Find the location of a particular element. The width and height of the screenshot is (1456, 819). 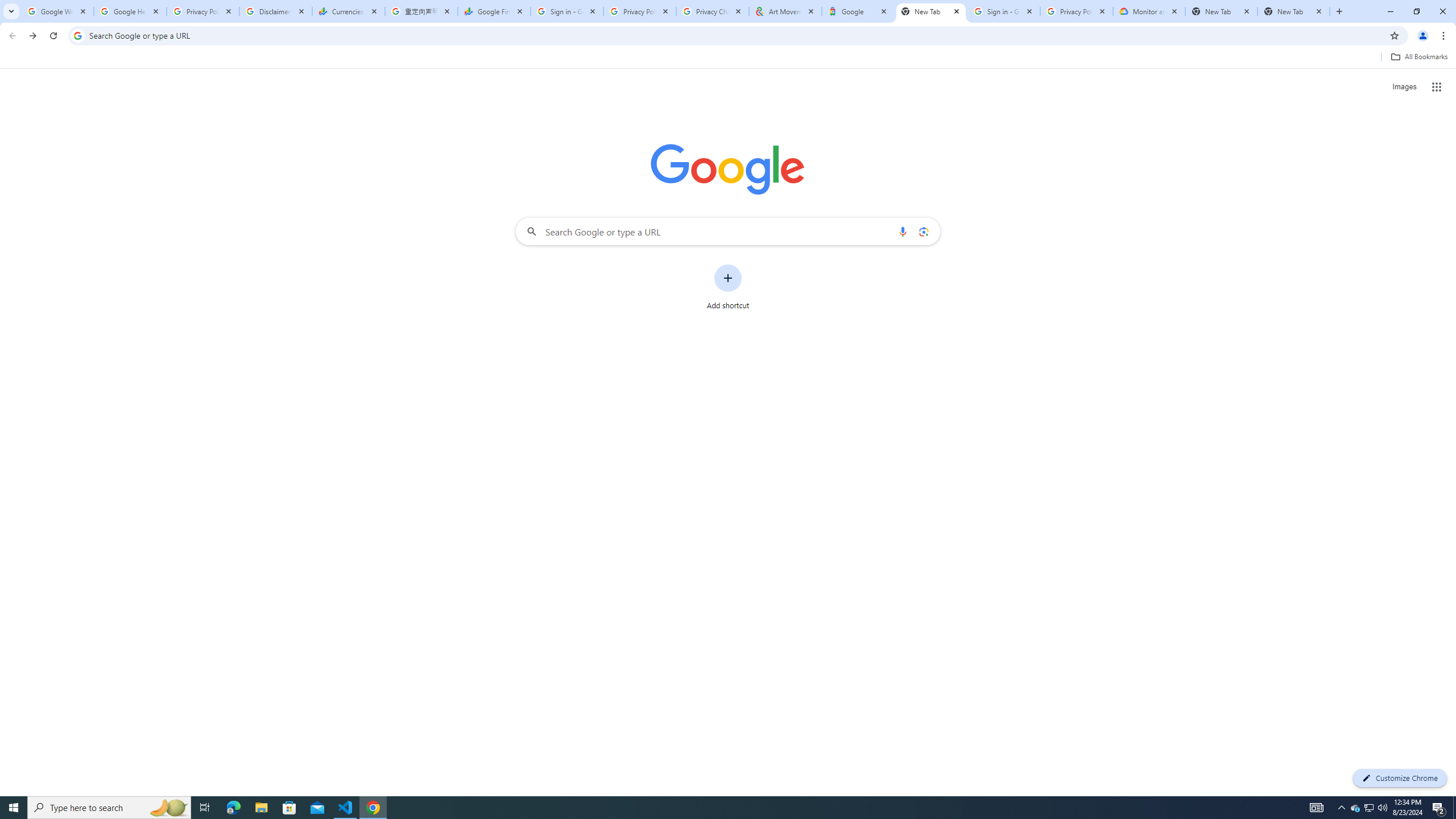

'Search by voice' is located at coordinates (902, 230).